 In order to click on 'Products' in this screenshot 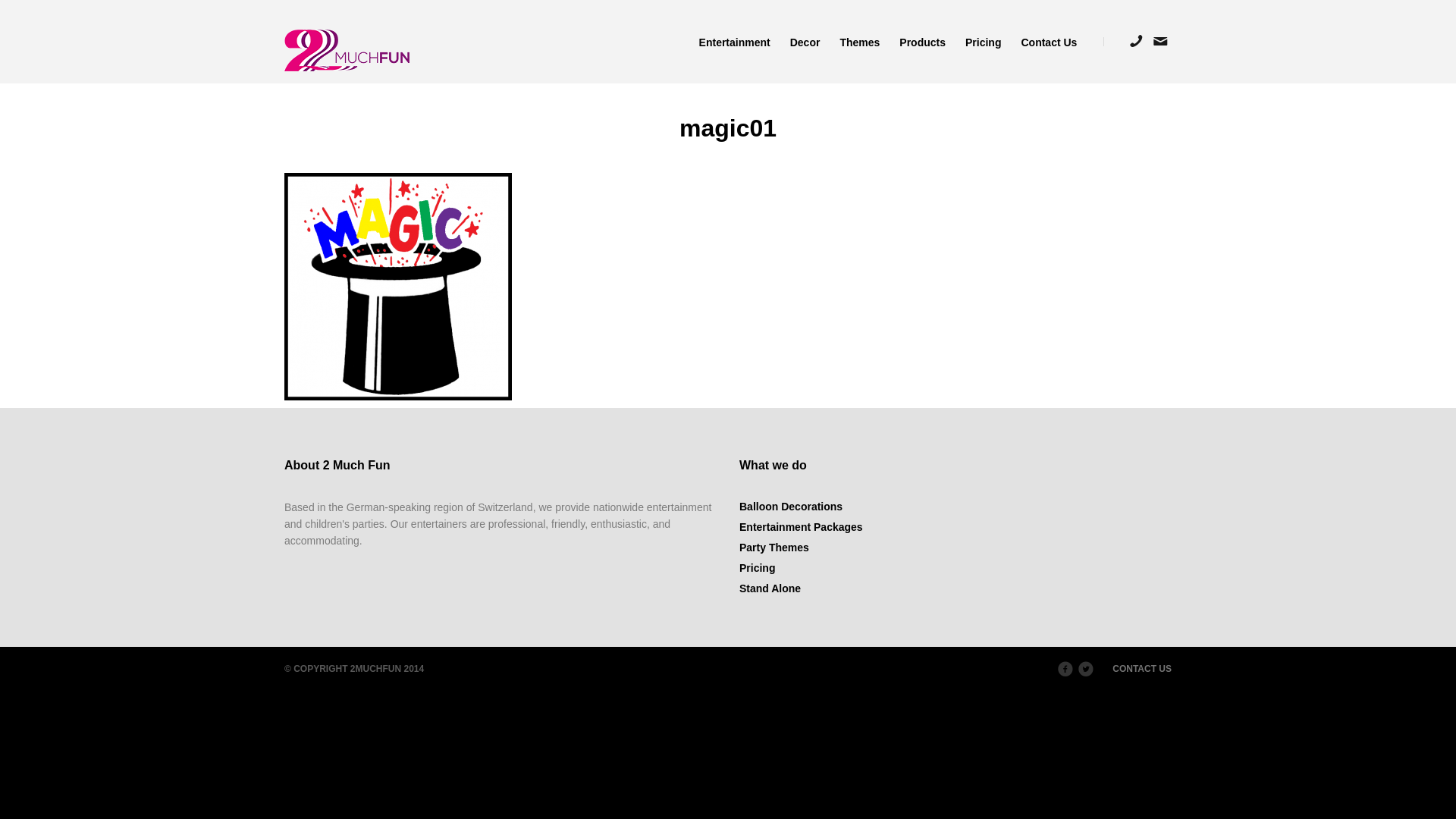, I will do `click(921, 40)`.